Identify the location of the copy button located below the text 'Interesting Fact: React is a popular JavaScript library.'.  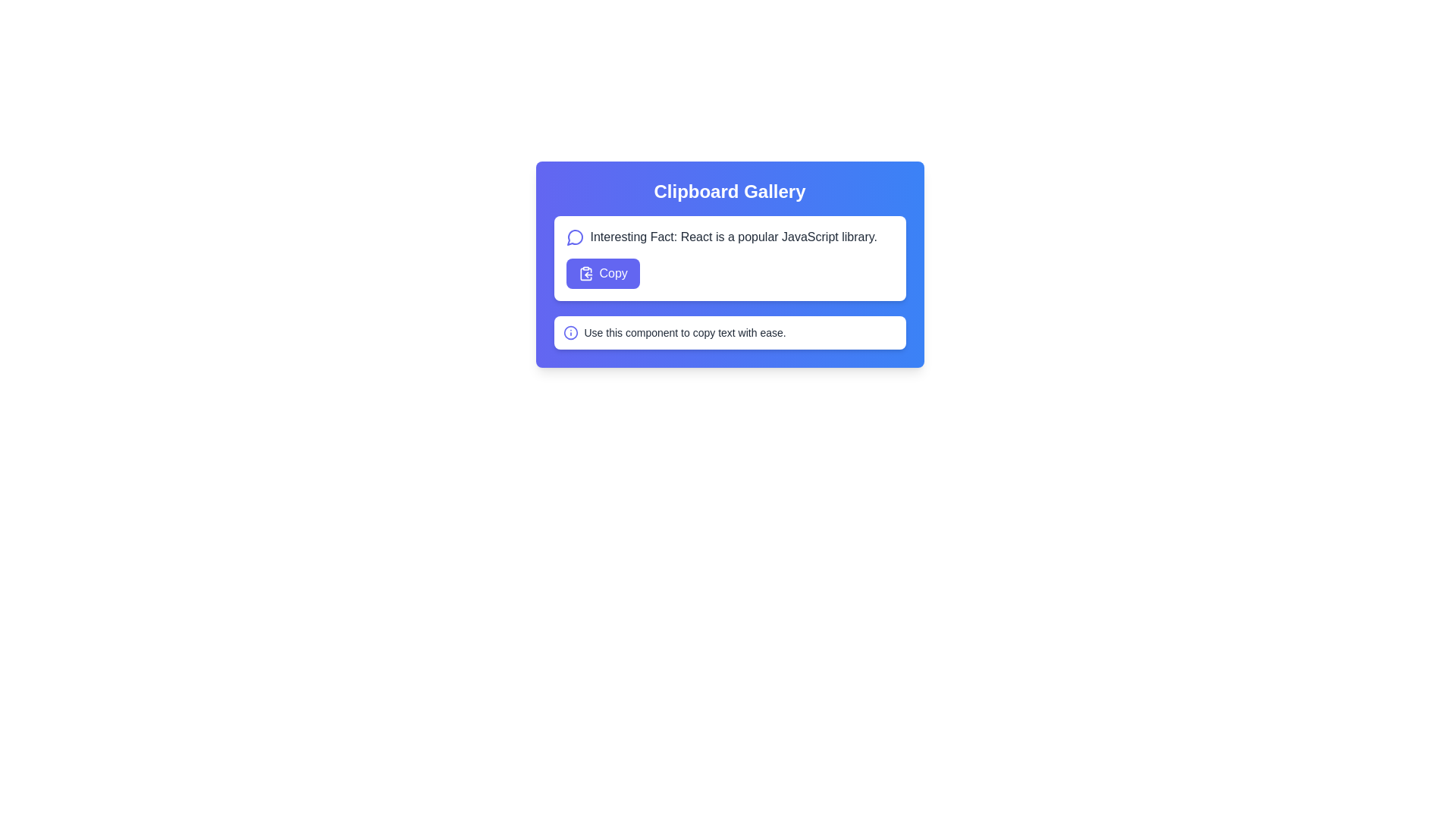
(602, 274).